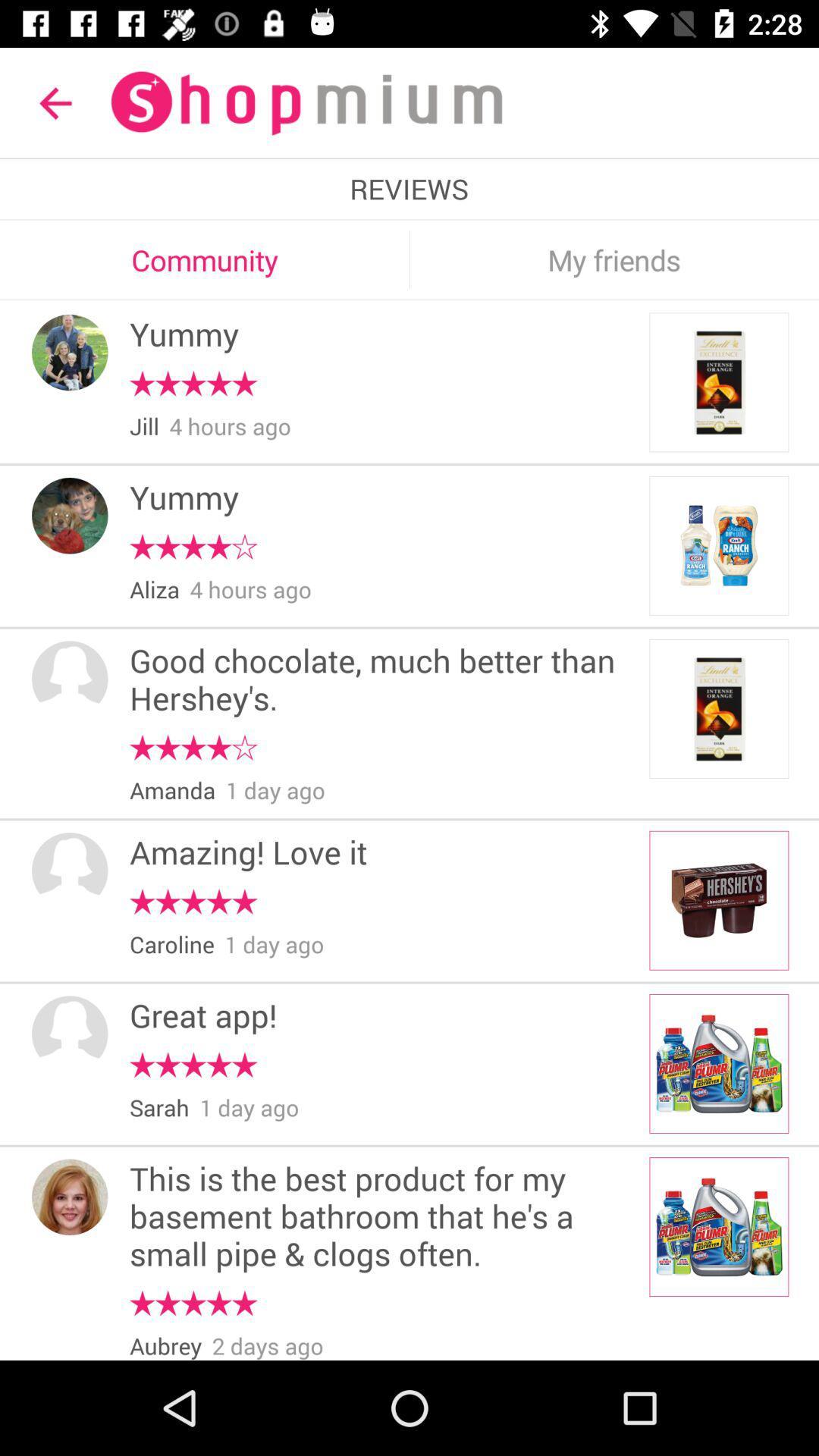 The image size is (819, 1456). Describe the element at coordinates (171, 790) in the screenshot. I see `item next to the 1 day ago icon` at that location.